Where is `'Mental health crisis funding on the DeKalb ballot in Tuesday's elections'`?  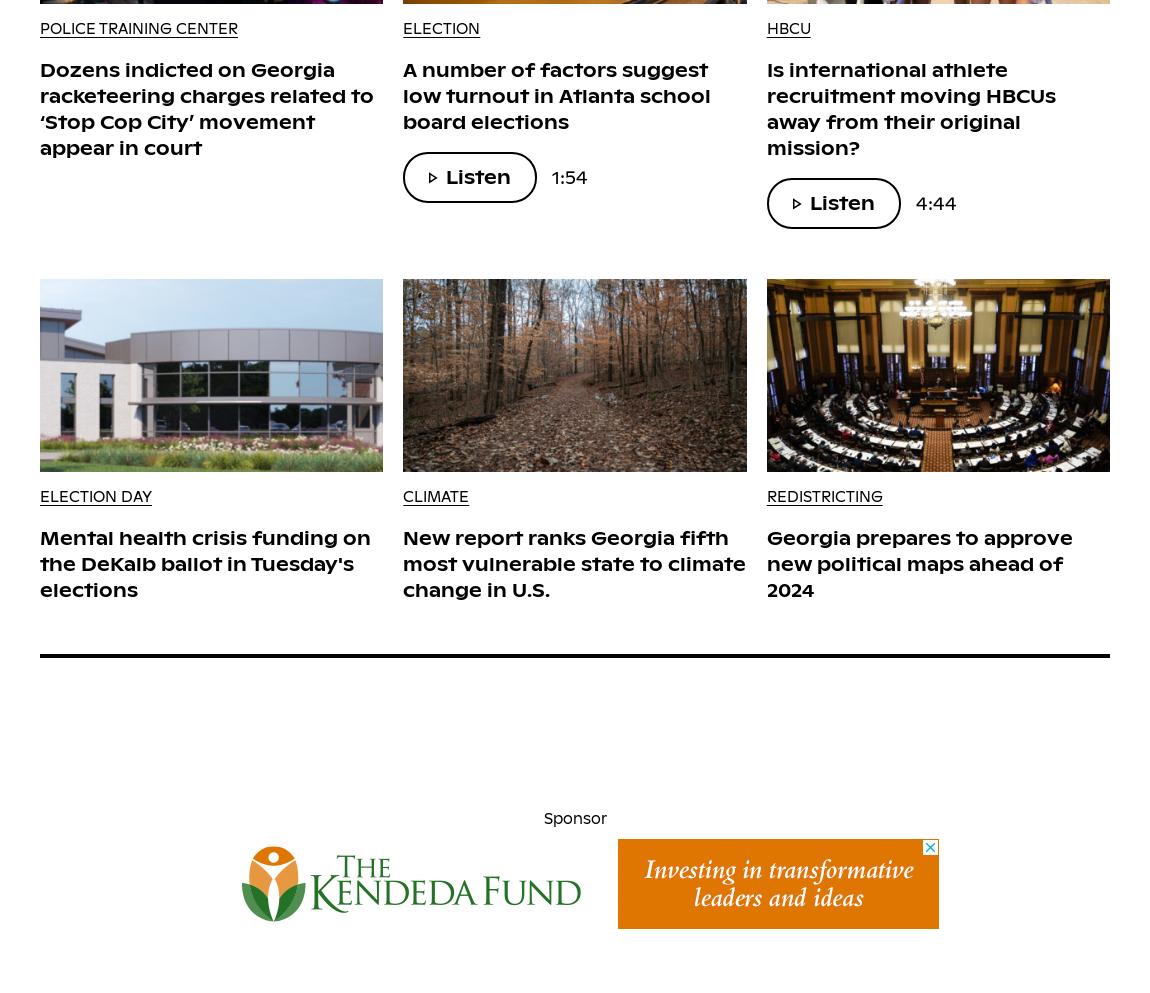 'Mental health crisis funding on the DeKalb ballot in Tuesday's elections' is located at coordinates (204, 563).